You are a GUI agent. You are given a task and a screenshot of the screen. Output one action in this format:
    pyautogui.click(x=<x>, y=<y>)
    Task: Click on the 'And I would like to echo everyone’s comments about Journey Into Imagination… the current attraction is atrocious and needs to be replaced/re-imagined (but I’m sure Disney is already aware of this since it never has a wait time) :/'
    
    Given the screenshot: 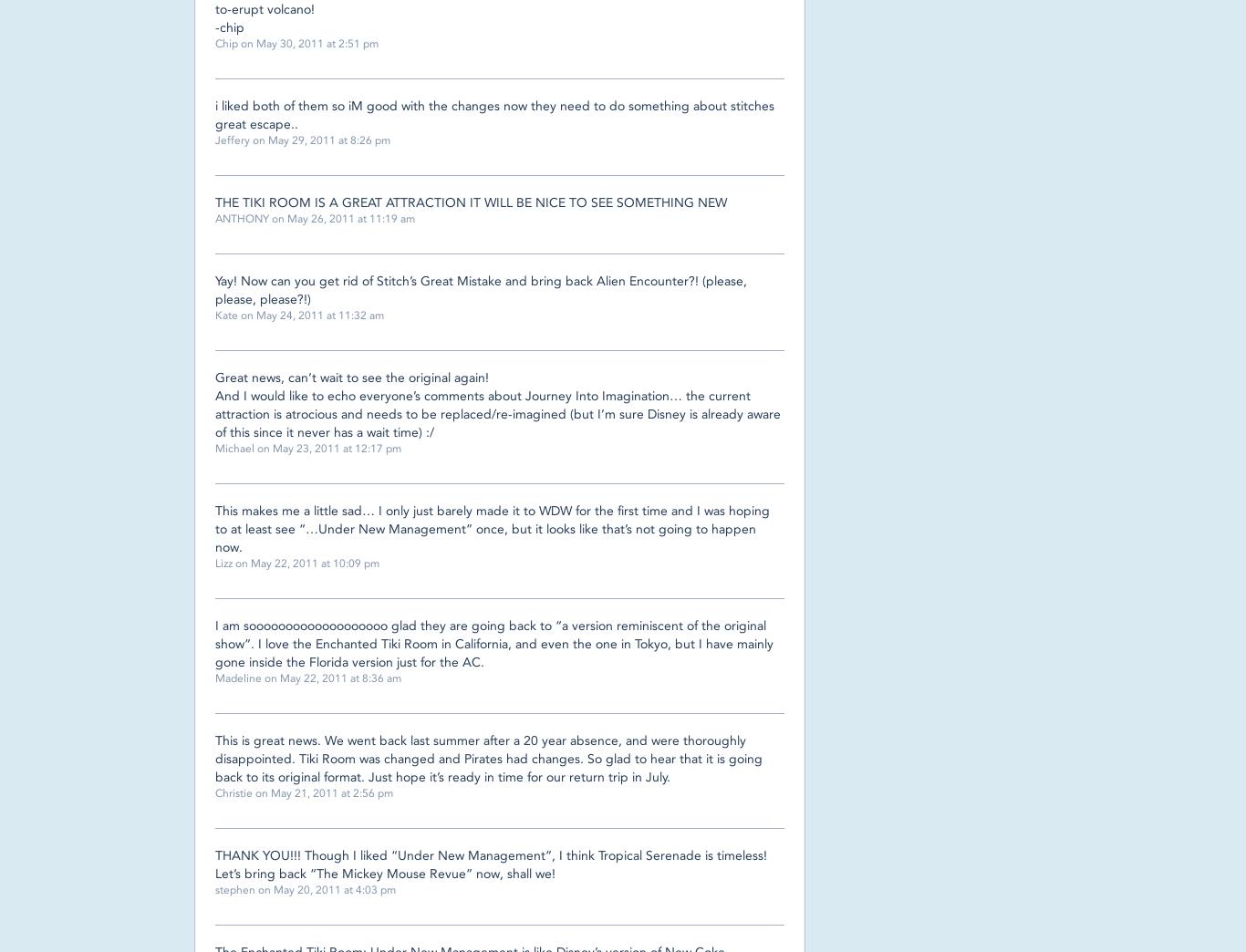 What is the action you would take?
    pyautogui.click(x=497, y=413)
    